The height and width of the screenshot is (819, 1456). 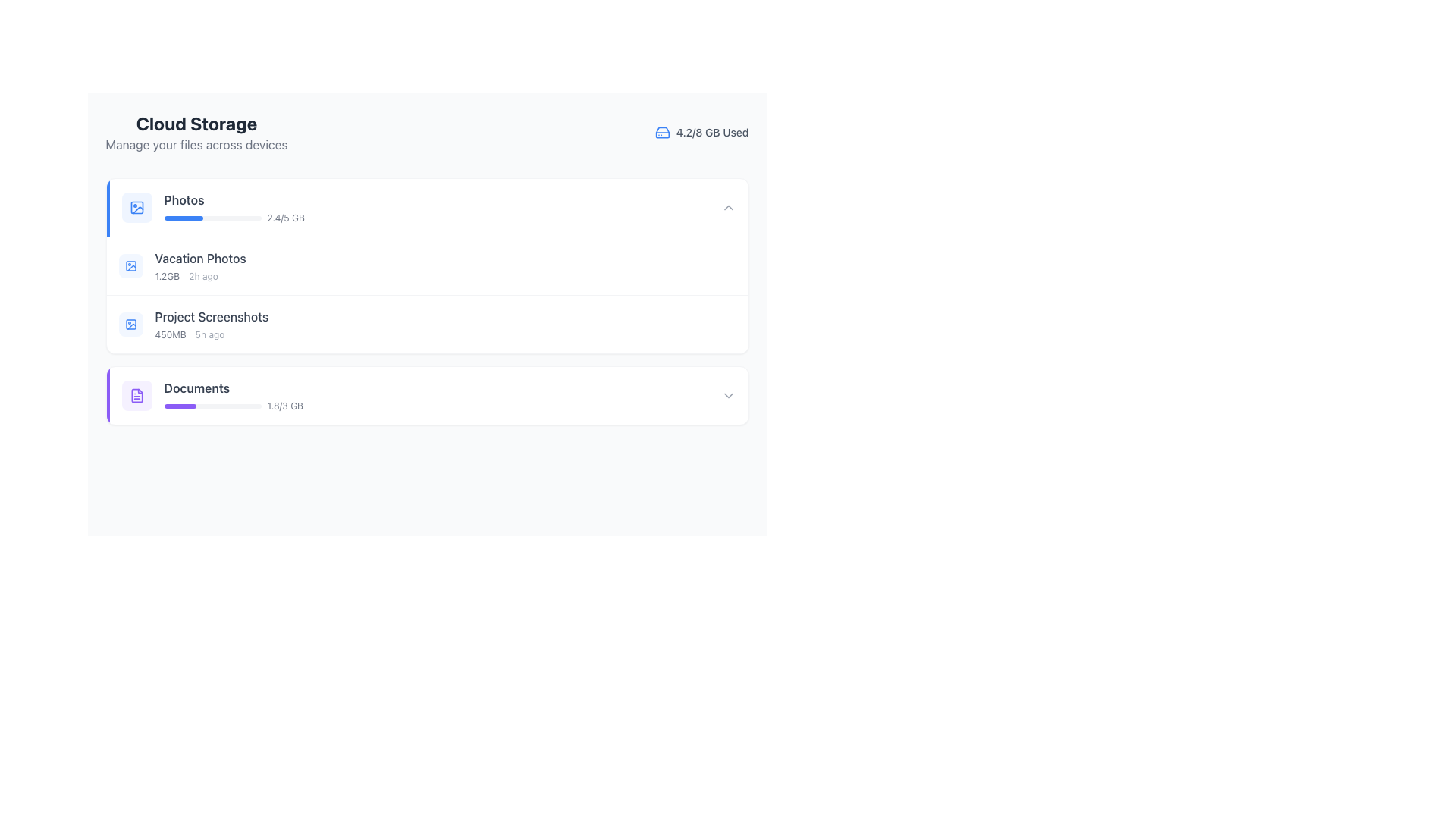 I want to click on the Icon representing the 'Documents' section, which visually identifies the category of content associated with this section, so click(x=136, y=394).